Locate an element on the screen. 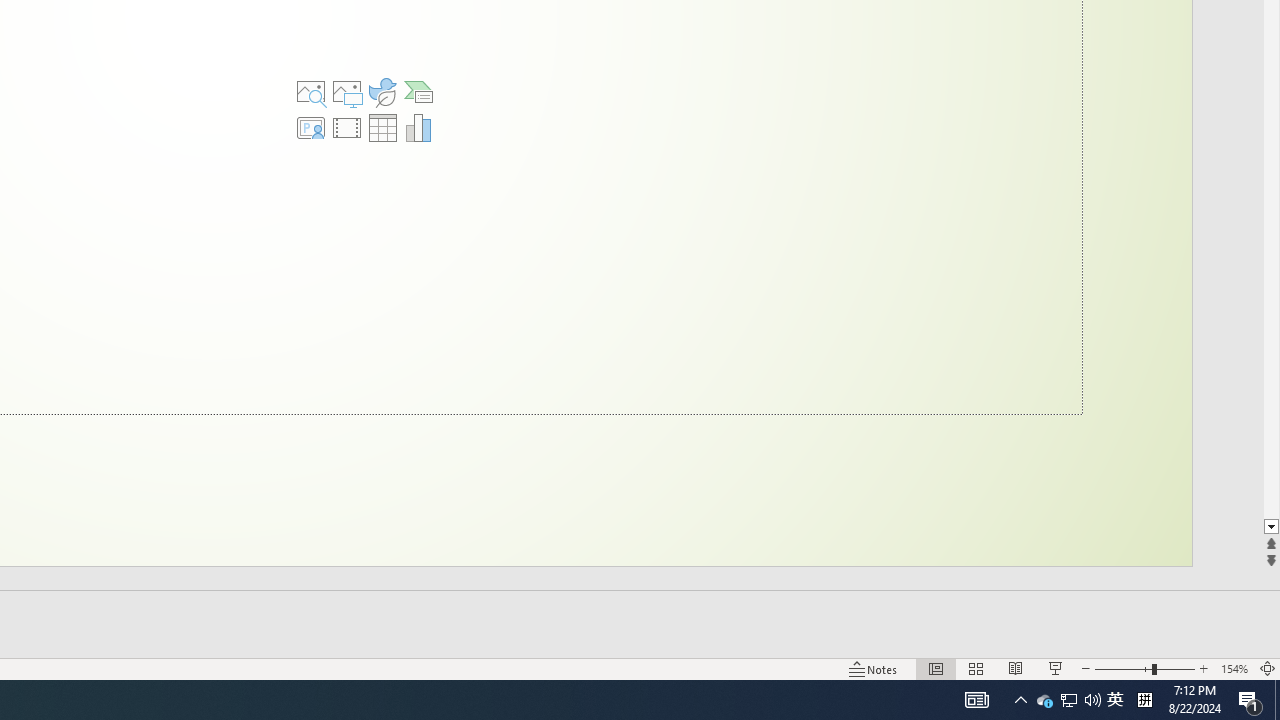 This screenshot has width=1280, height=720. 'Insert Video' is located at coordinates (347, 128).